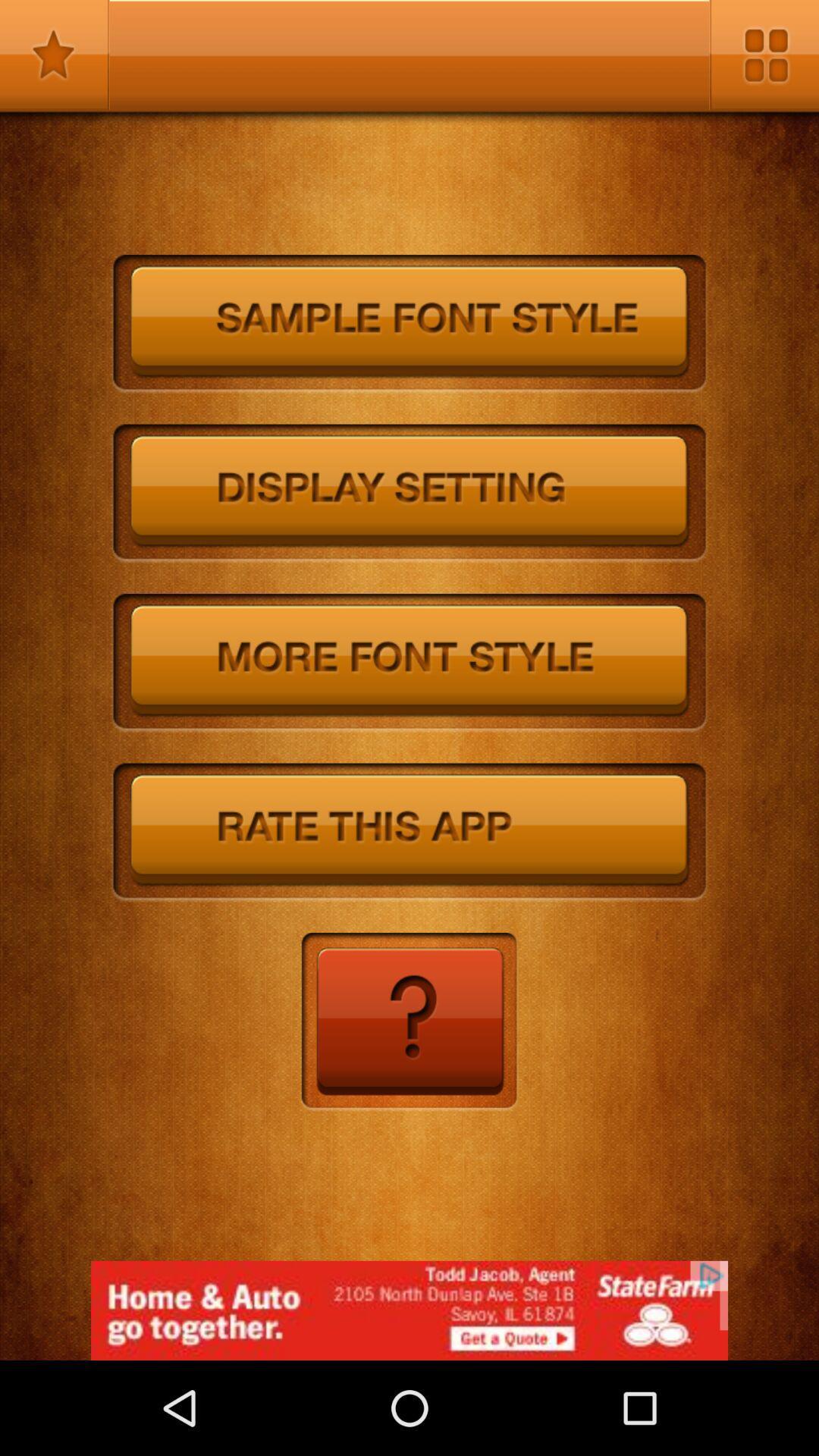 Image resolution: width=819 pixels, height=1456 pixels. Describe the element at coordinates (409, 1310) in the screenshot. I see `for advertisement` at that location.